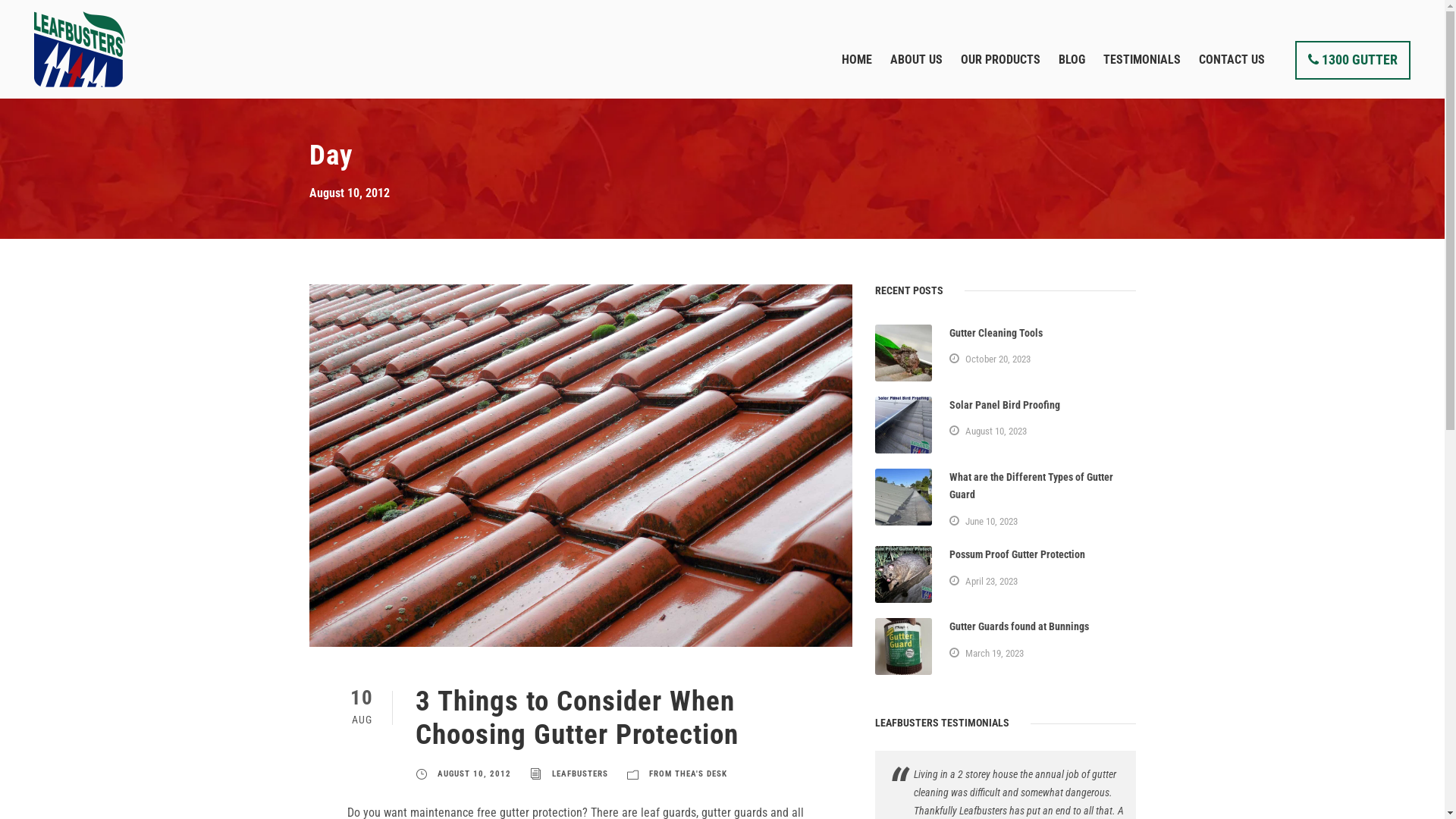 Image resolution: width=1456 pixels, height=819 pixels. Describe the element at coordinates (856, 74) in the screenshot. I see `'HOME'` at that location.